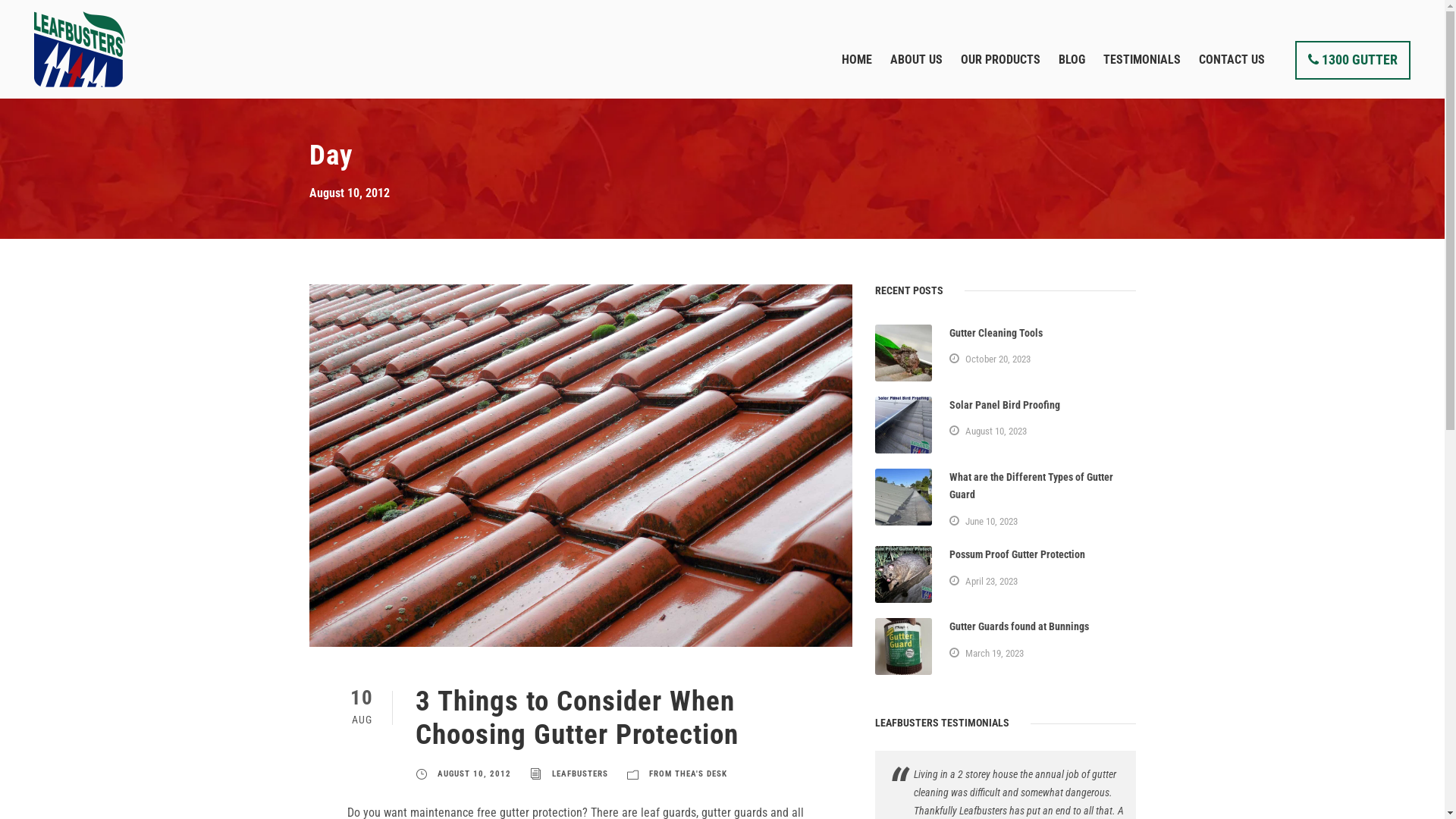 Image resolution: width=1456 pixels, height=819 pixels. Describe the element at coordinates (856, 74) in the screenshot. I see `'HOME'` at that location.